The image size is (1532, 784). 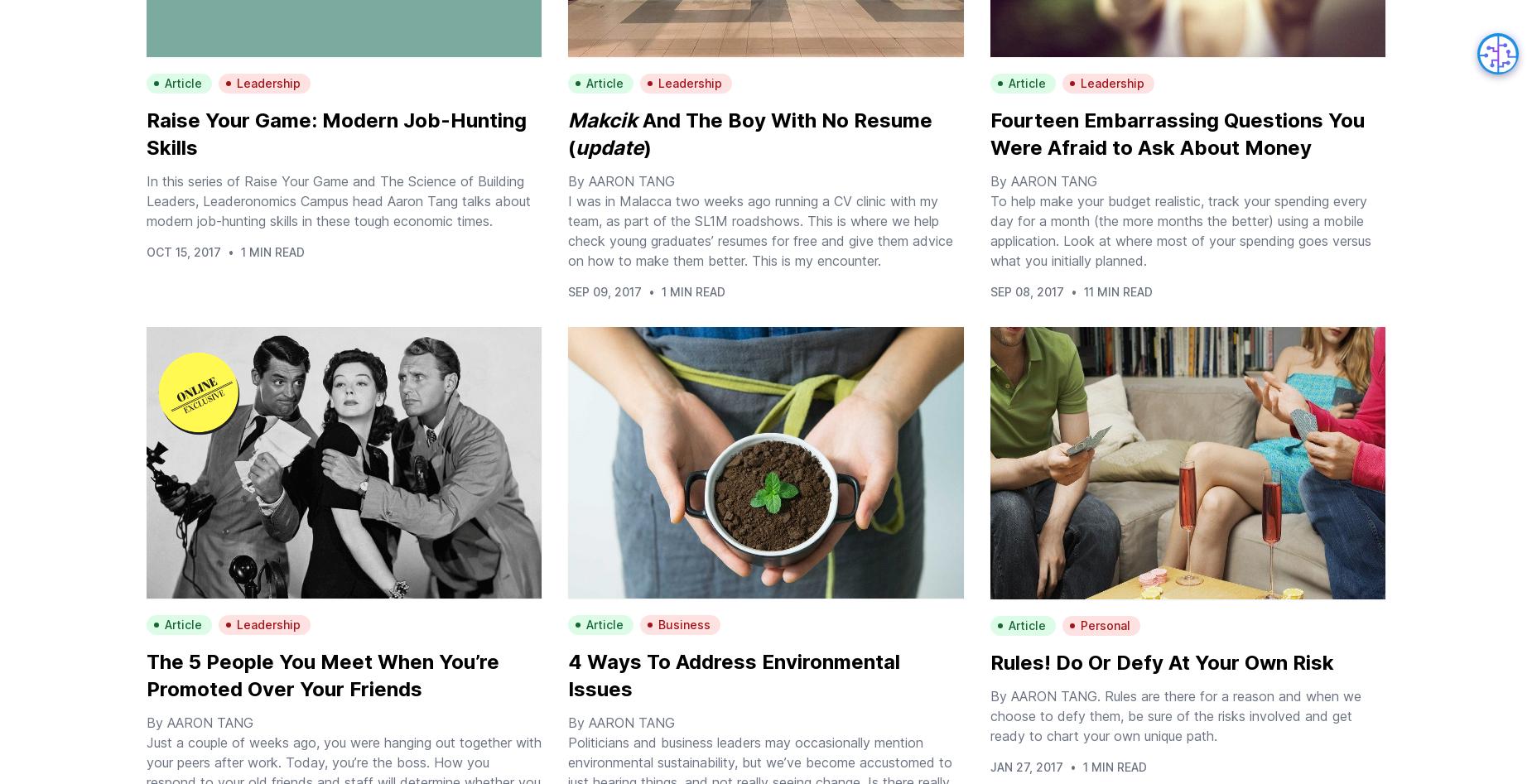 What do you see at coordinates (1024, 765) in the screenshot?
I see `'Jan 27, 2017'` at bounding box center [1024, 765].